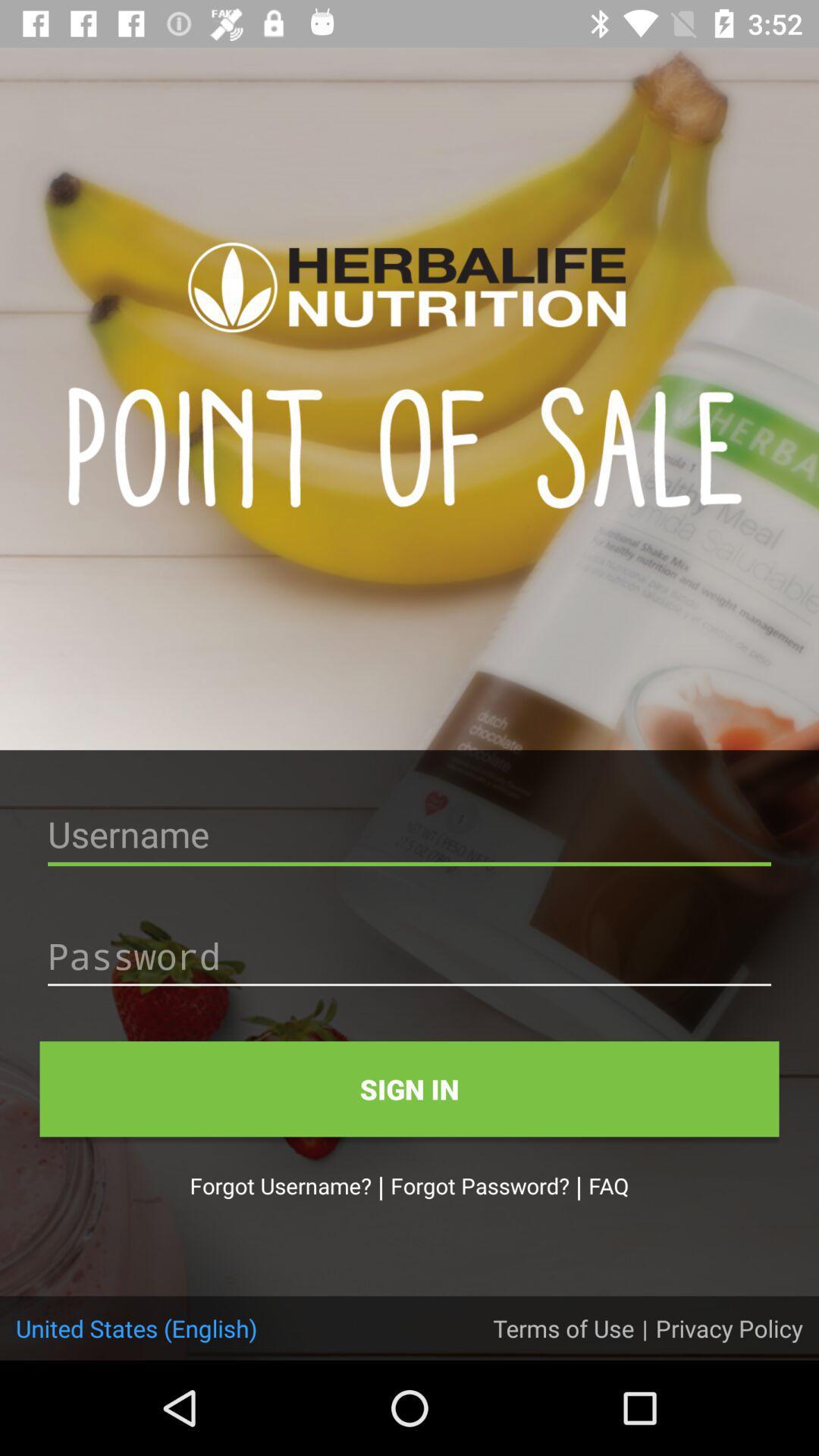  I want to click on the icon below the forgot password? item, so click(563, 1327).